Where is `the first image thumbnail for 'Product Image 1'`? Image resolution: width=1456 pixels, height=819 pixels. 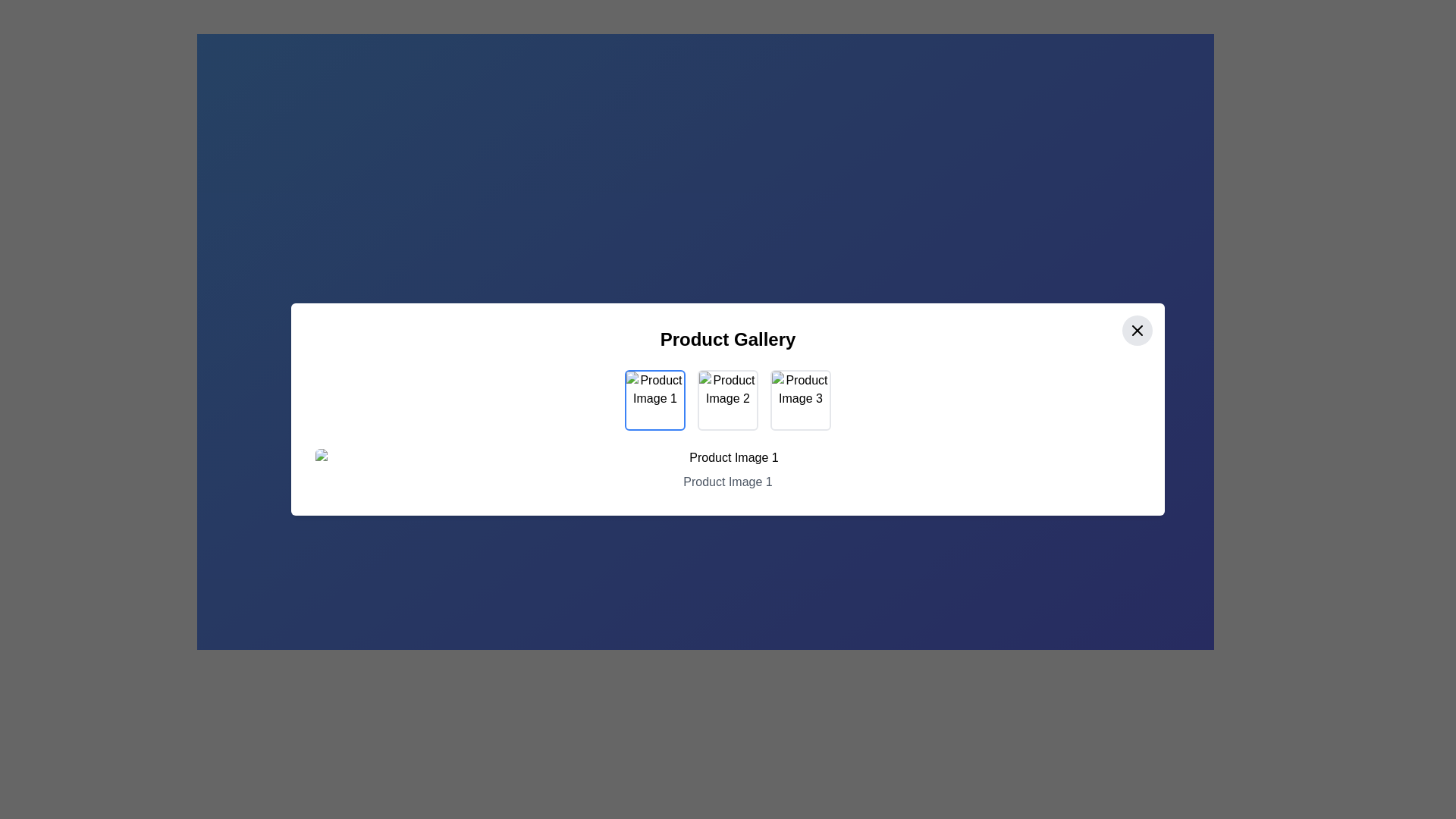 the first image thumbnail for 'Product Image 1' is located at coordinates (655, 400).